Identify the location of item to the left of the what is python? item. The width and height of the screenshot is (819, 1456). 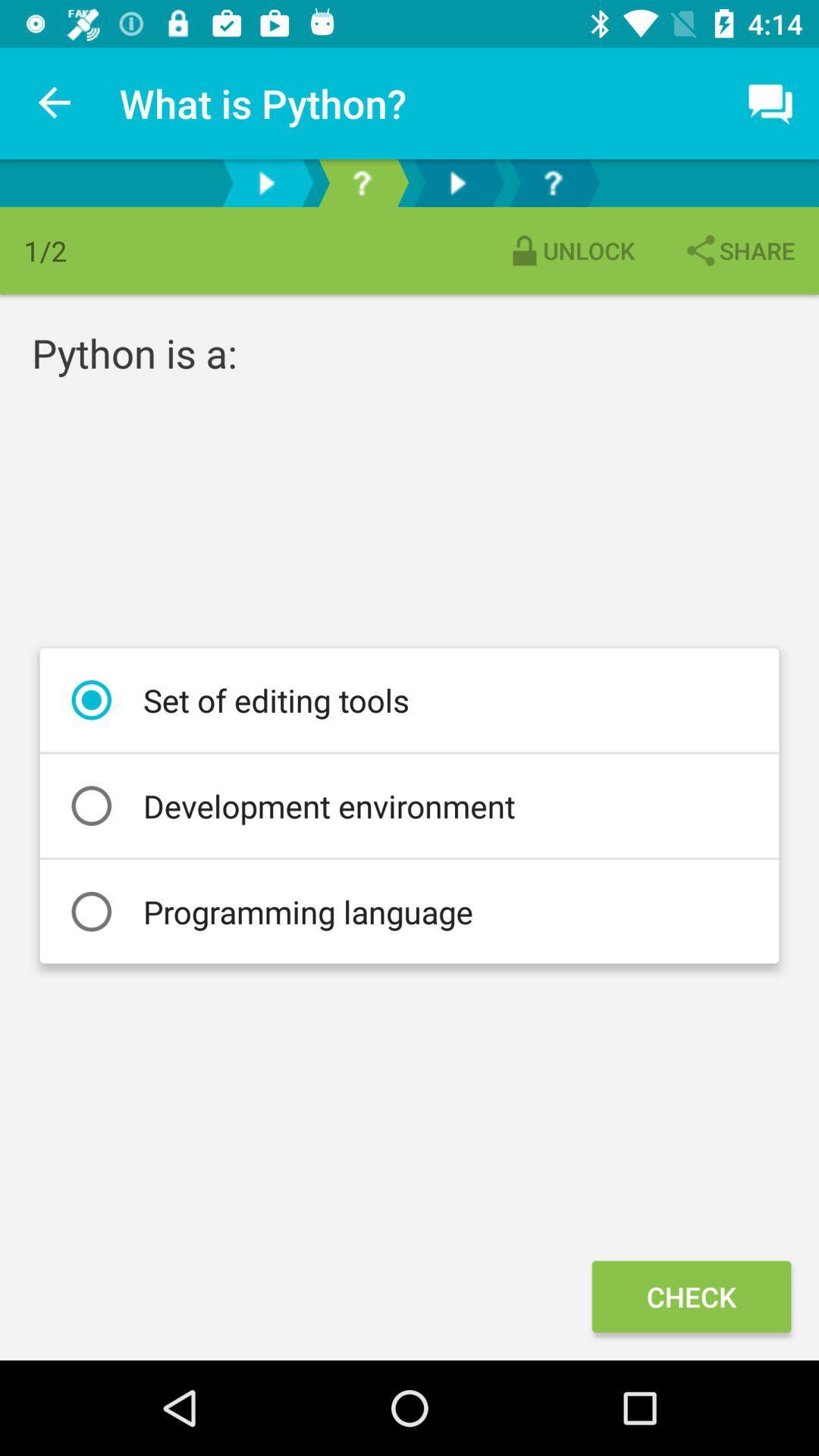
(55, 102).